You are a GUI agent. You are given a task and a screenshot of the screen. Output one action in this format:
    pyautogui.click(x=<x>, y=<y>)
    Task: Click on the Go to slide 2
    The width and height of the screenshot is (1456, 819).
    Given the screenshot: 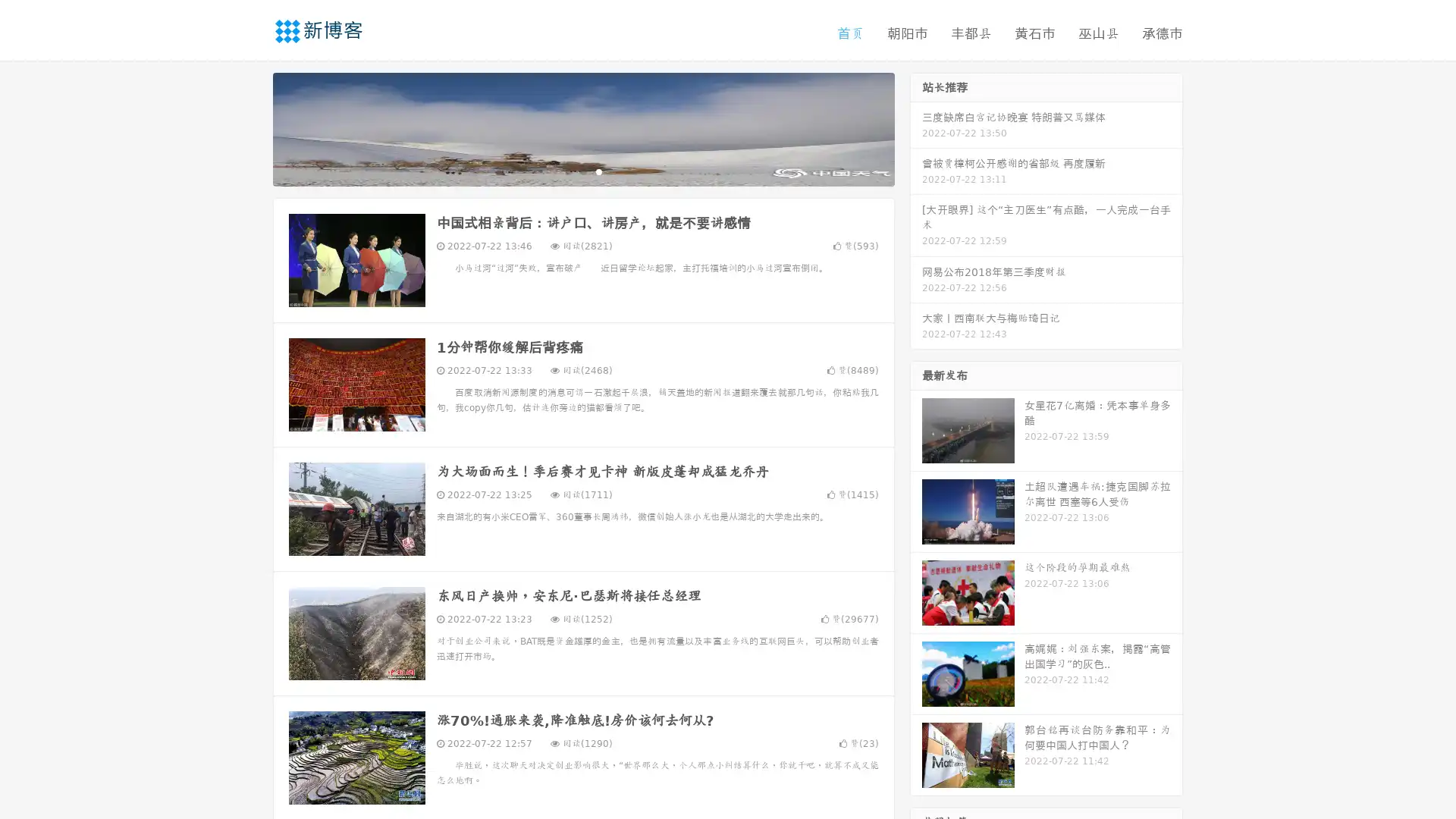 What is the action you would take?
    pyautogui.click(x=582, y=171)
    